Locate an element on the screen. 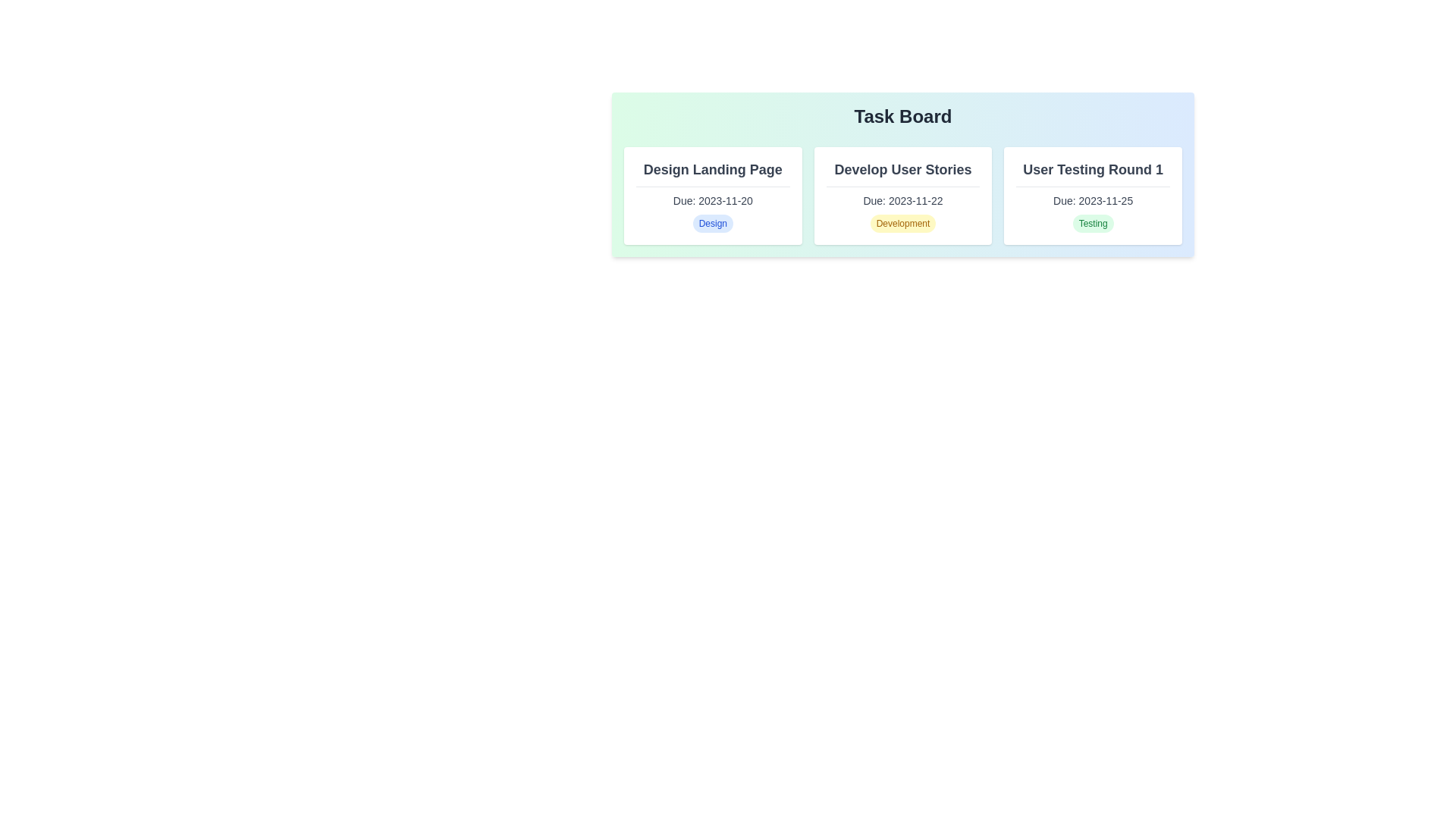  the task card for User Testing Round 1 to inspect its details is located at coordinates (1093, 195).